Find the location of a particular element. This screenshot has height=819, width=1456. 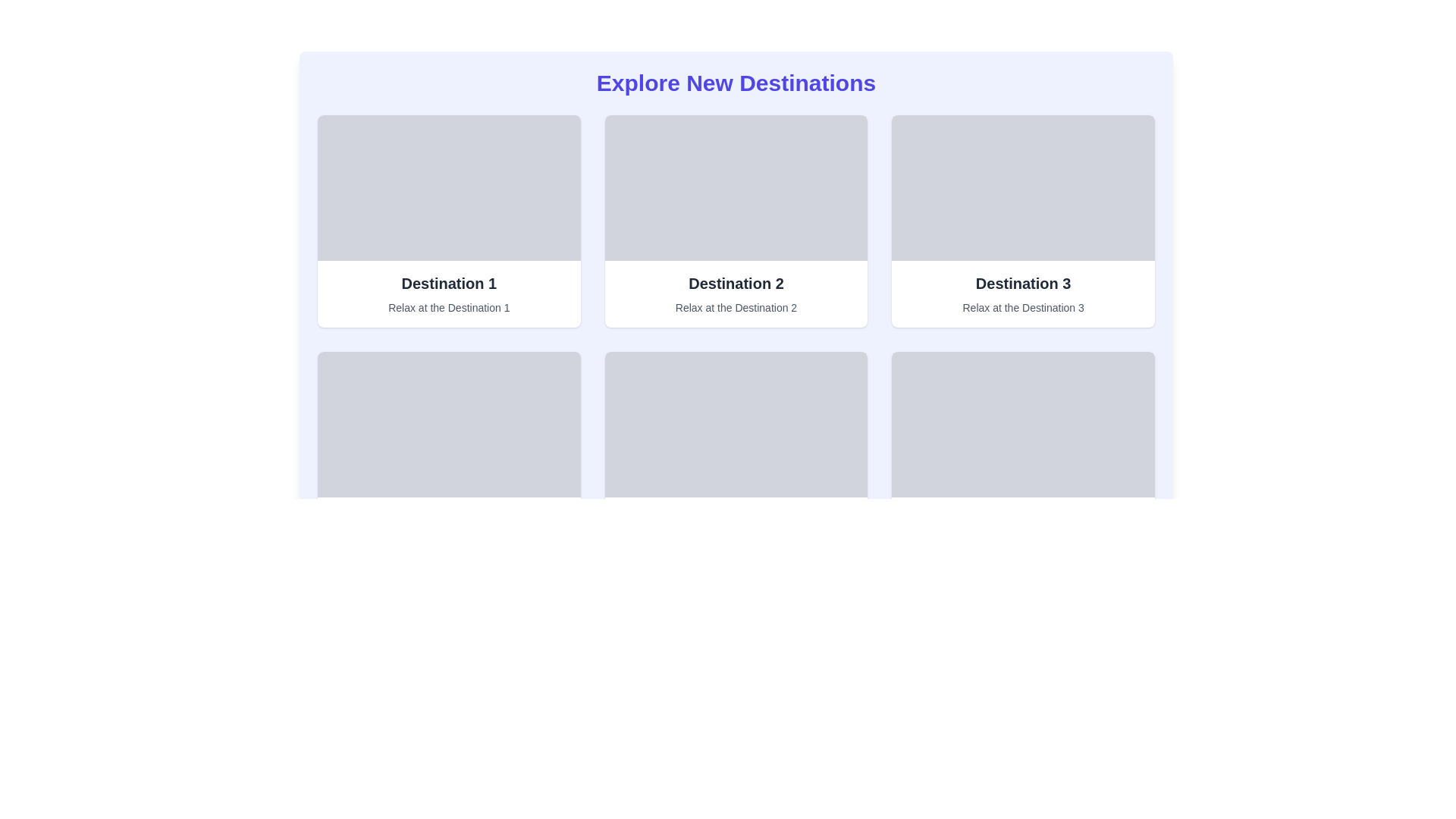

the Text label displaying 'Relax at the Destination 2', located below the headline 'Destination 2' in the second column of the layout is located at coordinates (736, 307).